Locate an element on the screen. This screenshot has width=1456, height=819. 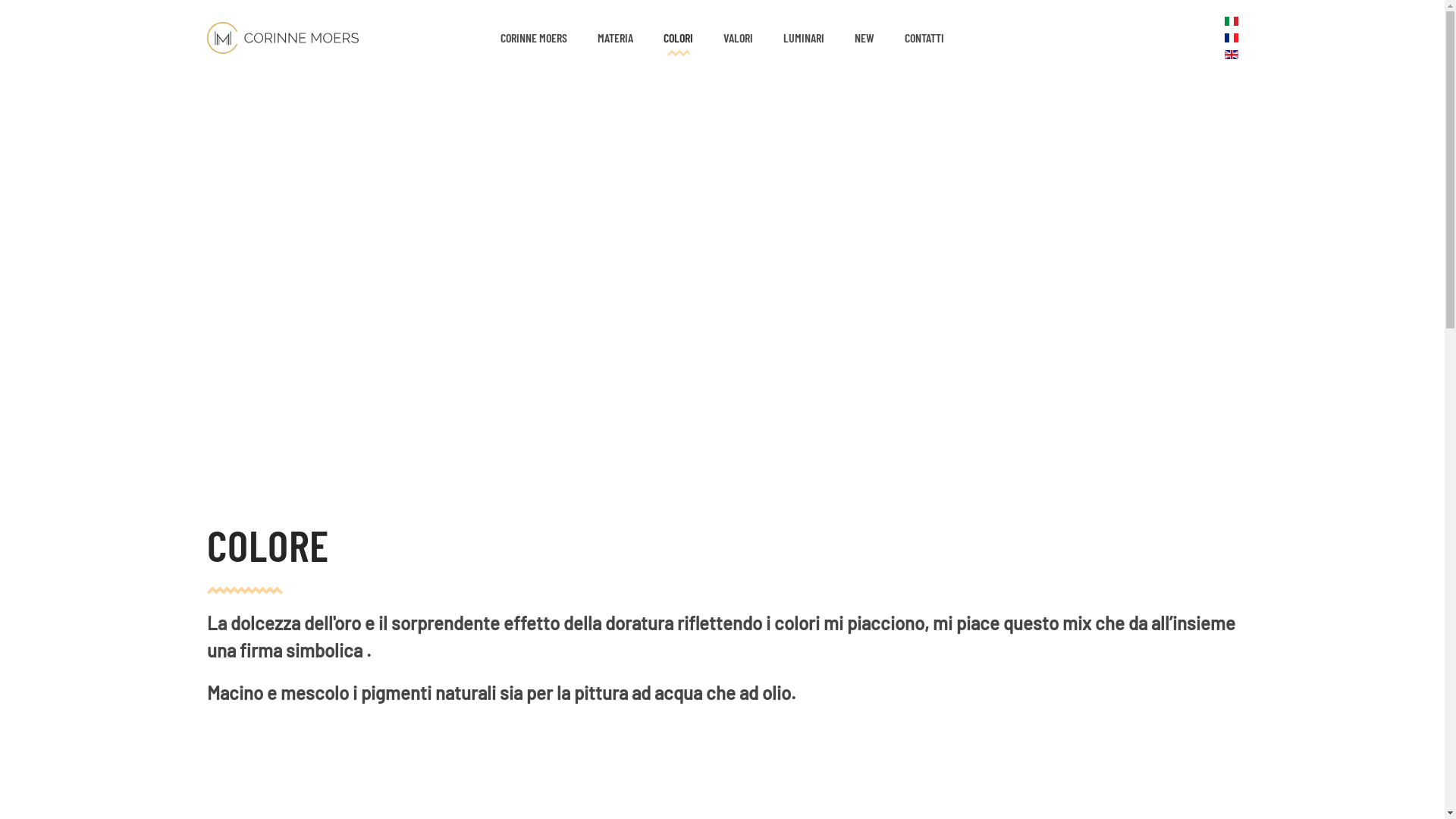
'FR' is located at coordinates (1223, 37).